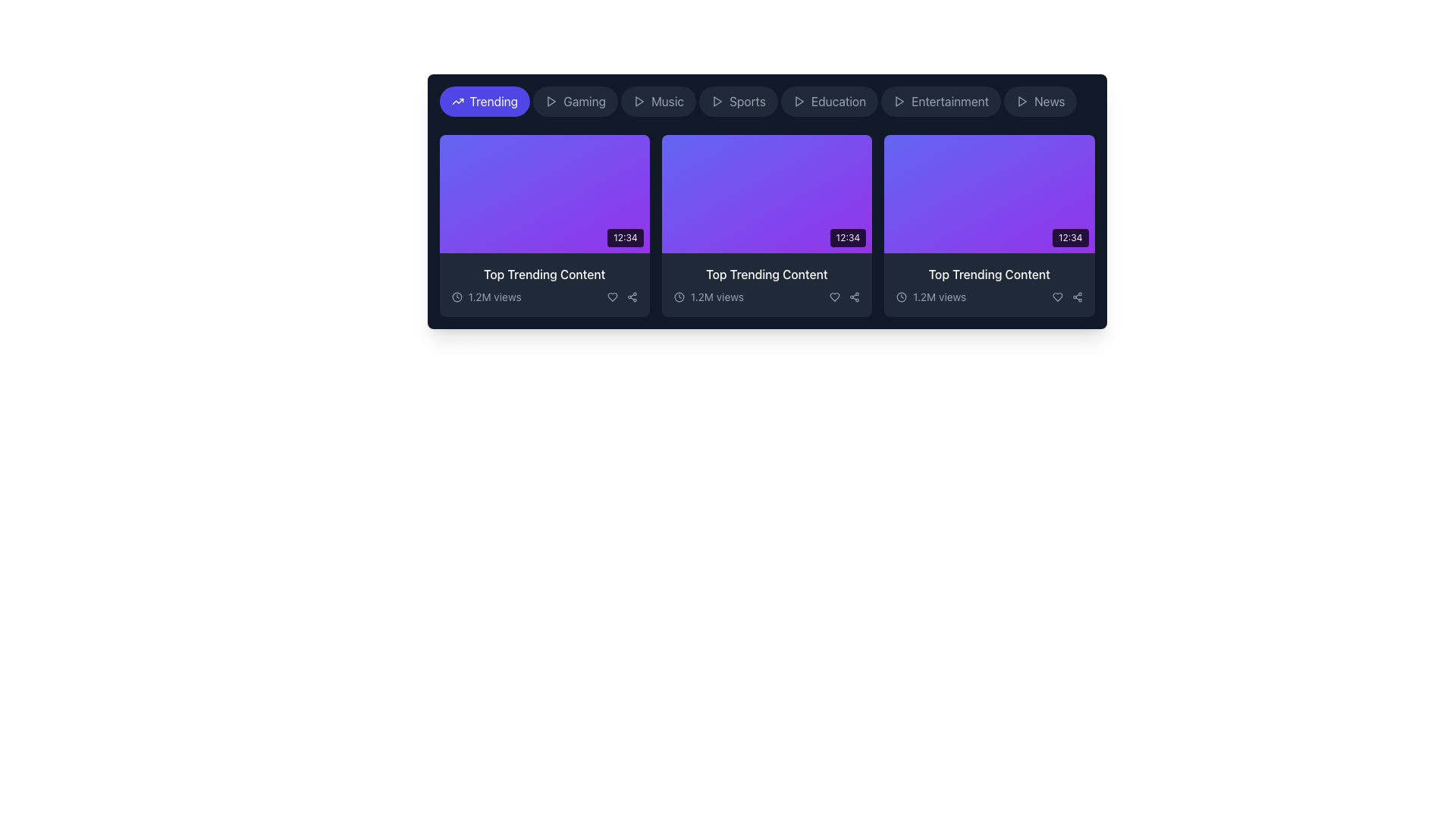  I want to click on the play icon button located within the 'Entertainment' button, which is styled with a dark background and rounded edges, positioned at the leftmost part of the button, so click(899, 102).